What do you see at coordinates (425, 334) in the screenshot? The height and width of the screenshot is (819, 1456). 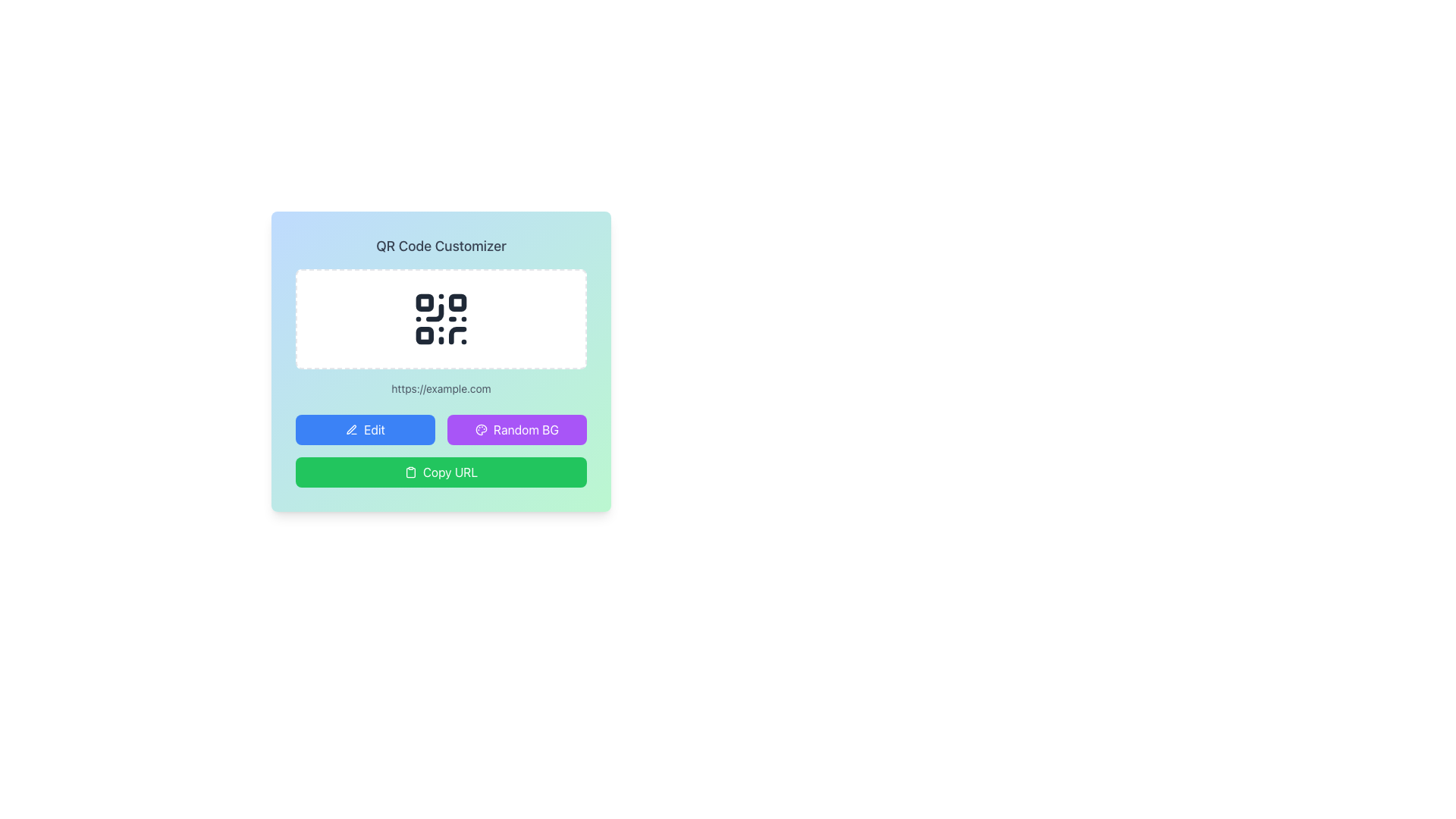 I see `the decorative graphical component located in the lower left corner of the QR code icon, which is visually distinct and part of the QR code structure` at bounding box center [425, 334].